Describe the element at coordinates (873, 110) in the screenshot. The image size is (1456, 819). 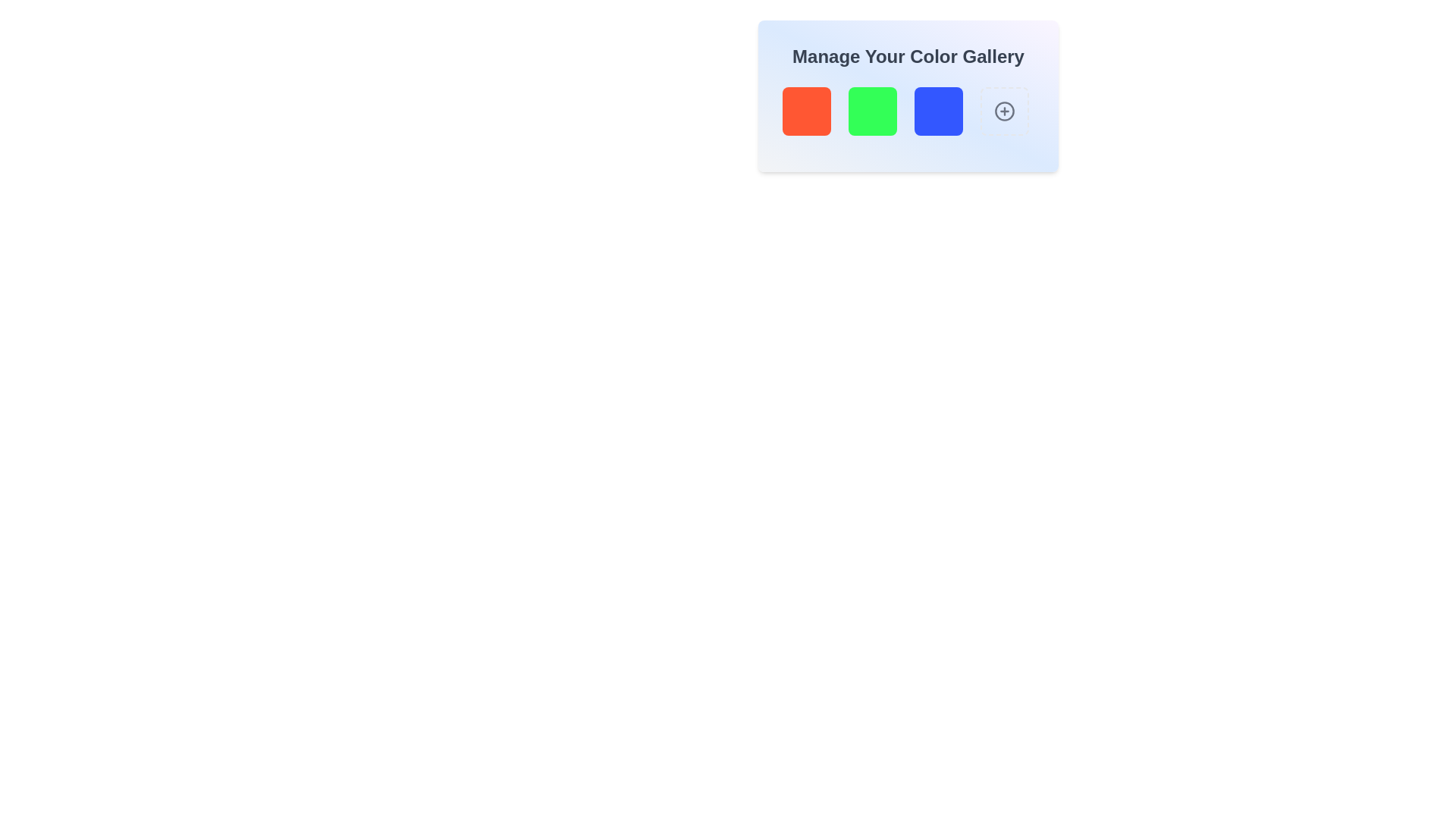
I see `the green square button with rounded corners to trigger a tooltip or visual change` at that location.